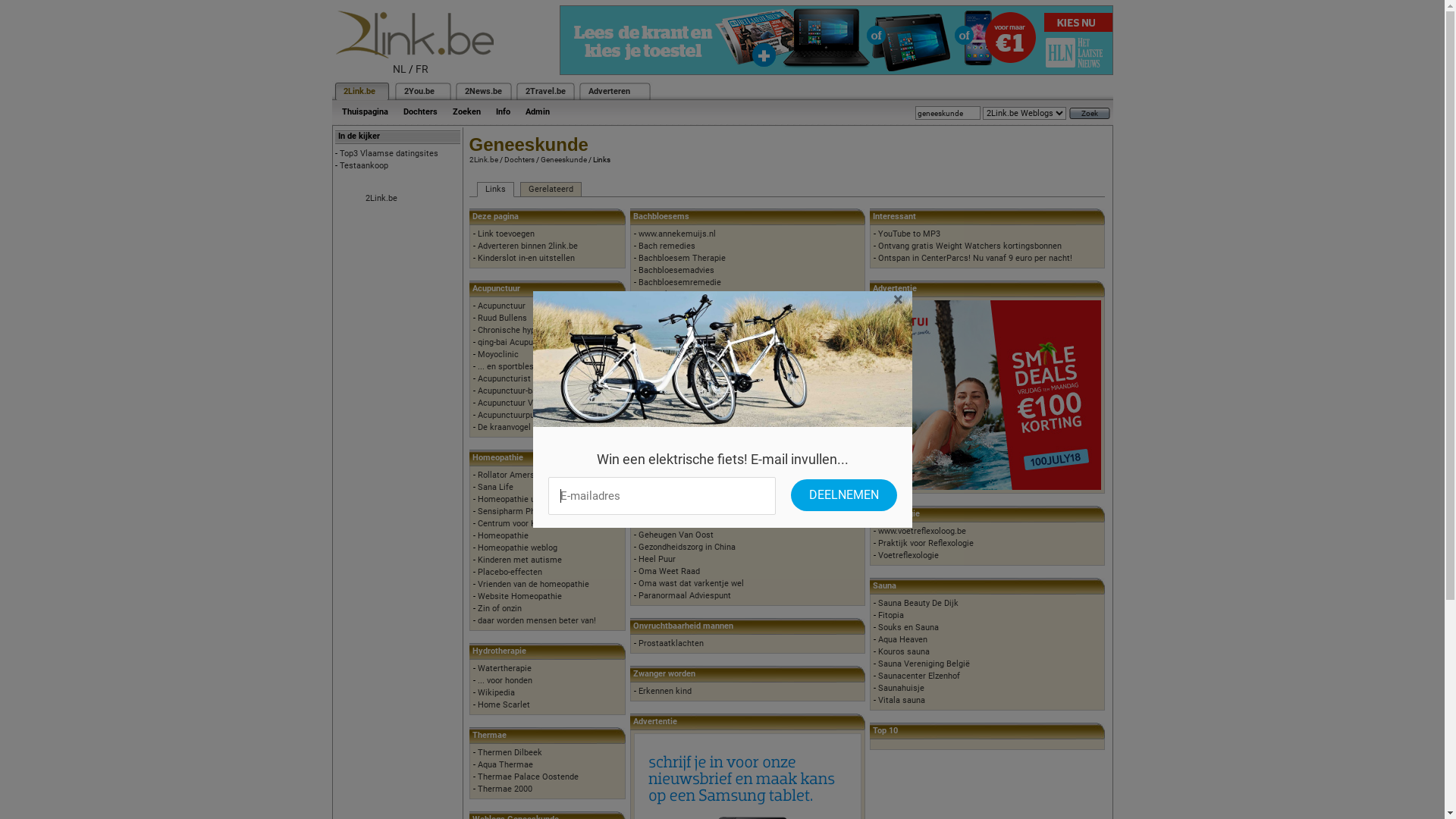 This screenshot has width=1456, height=819. What do you see at coordinates (505, 764) in the screenshot?
I see `'Aqua Thermae'` at bounding box center [505, 764].